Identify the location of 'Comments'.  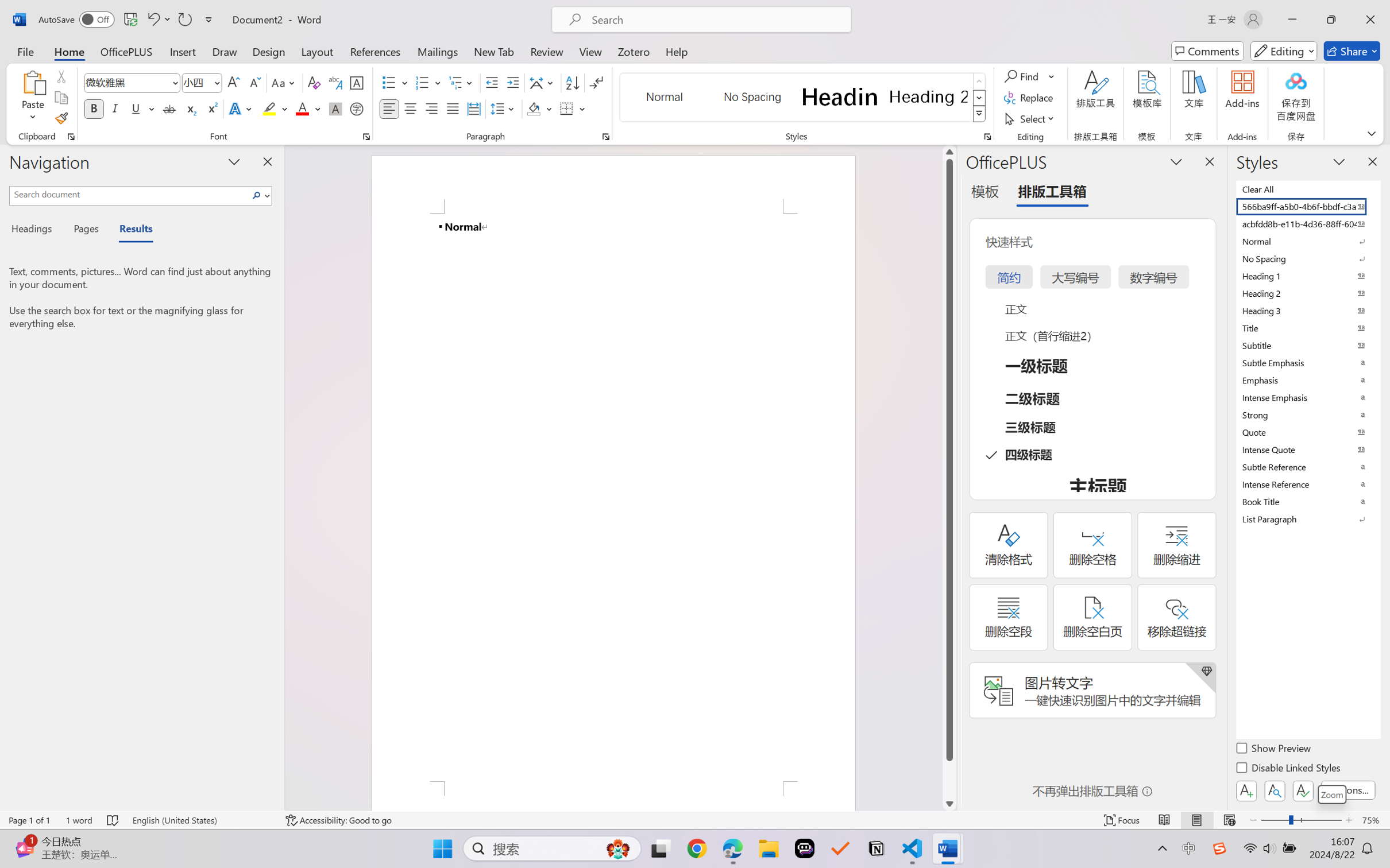
(1207, 51).